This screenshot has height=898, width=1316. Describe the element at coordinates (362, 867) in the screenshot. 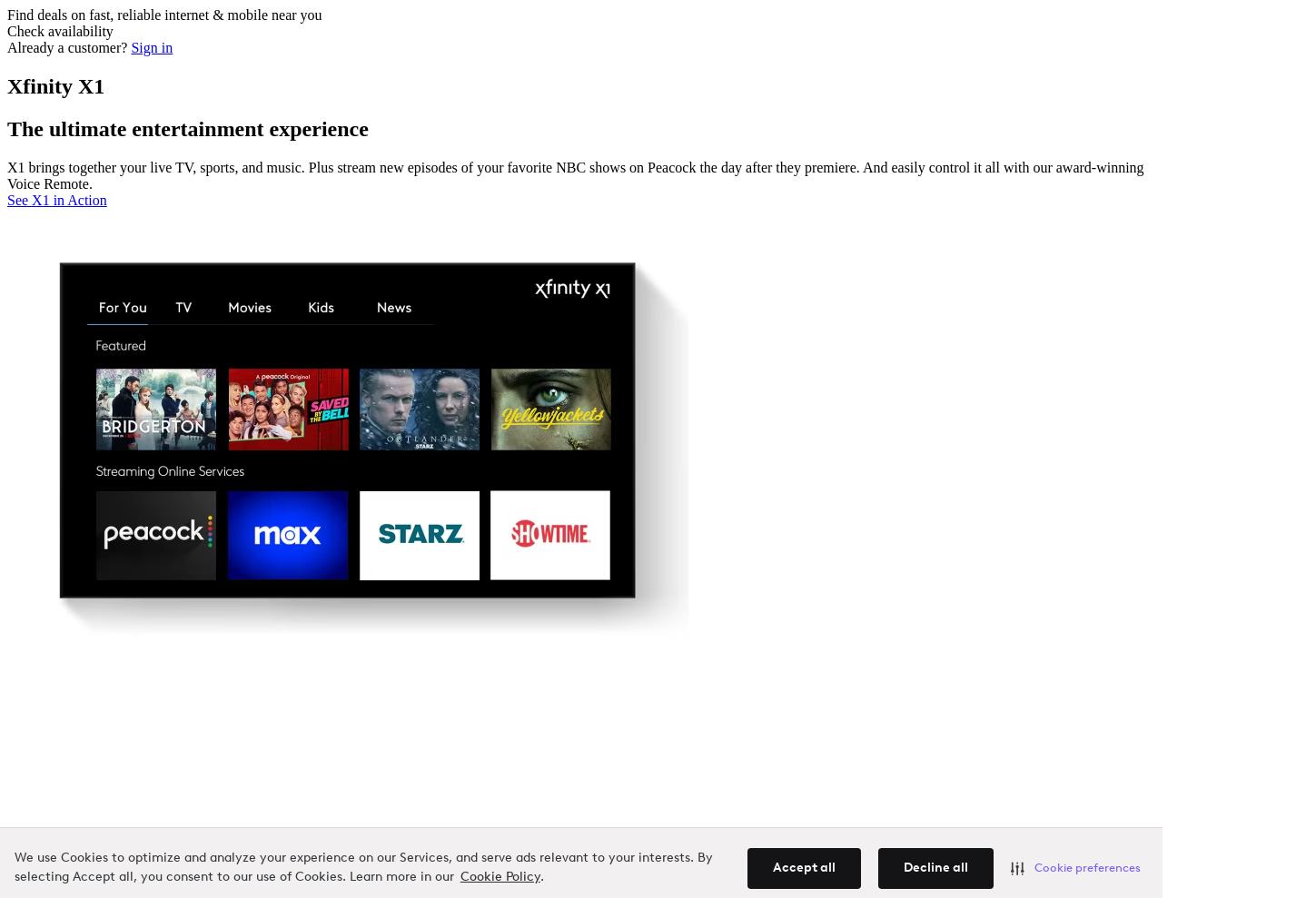

I see `'We use Cookies to optimize and analyze your experience on our Services, and serve ads relevant to your interests. By selecting Accept all, you consent to our use of Cookies. Learn more in our'` at that location.